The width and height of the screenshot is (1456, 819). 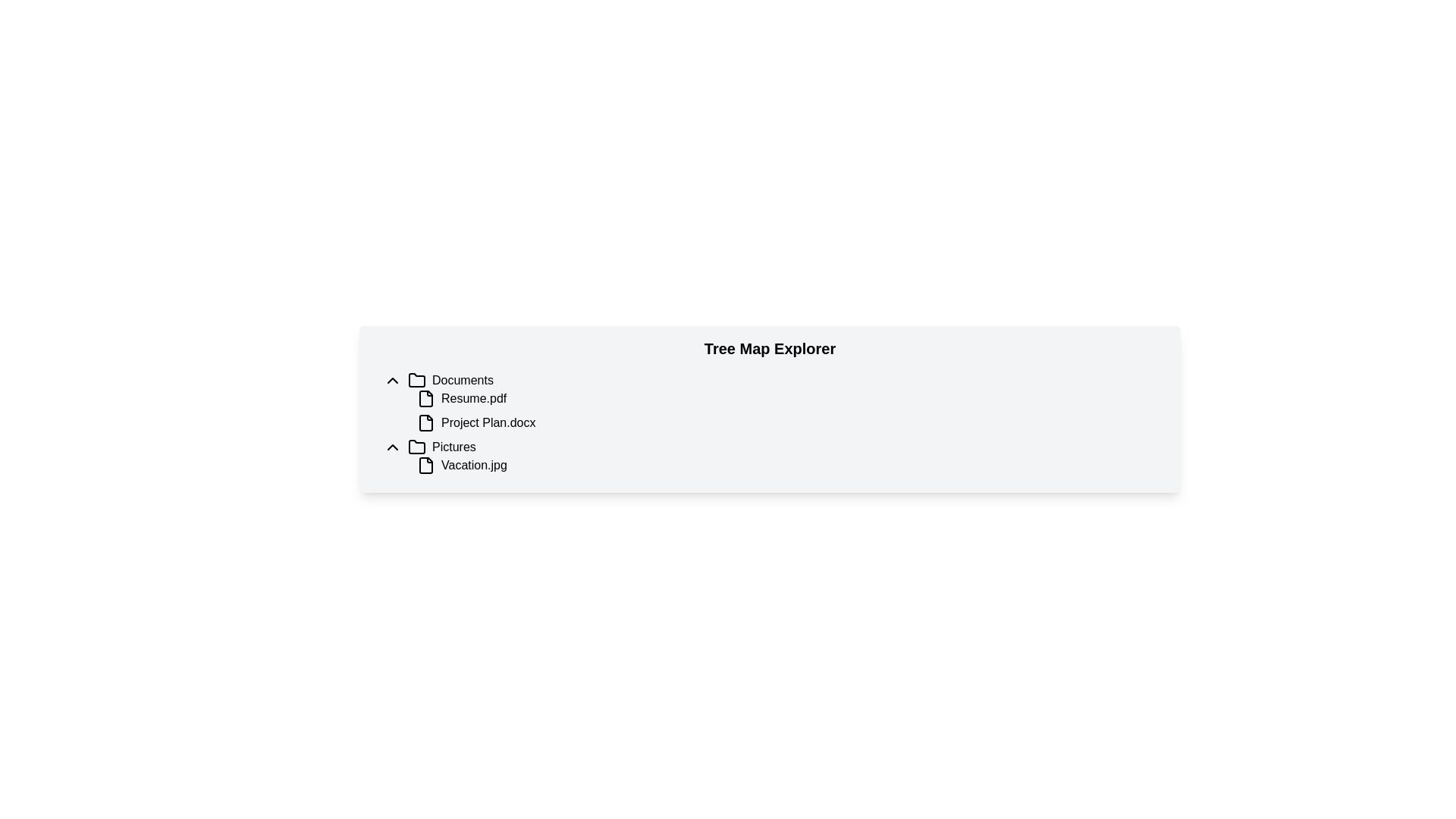 I want to click on the text label displaying 'Pictures', so click(x=453, y=447).